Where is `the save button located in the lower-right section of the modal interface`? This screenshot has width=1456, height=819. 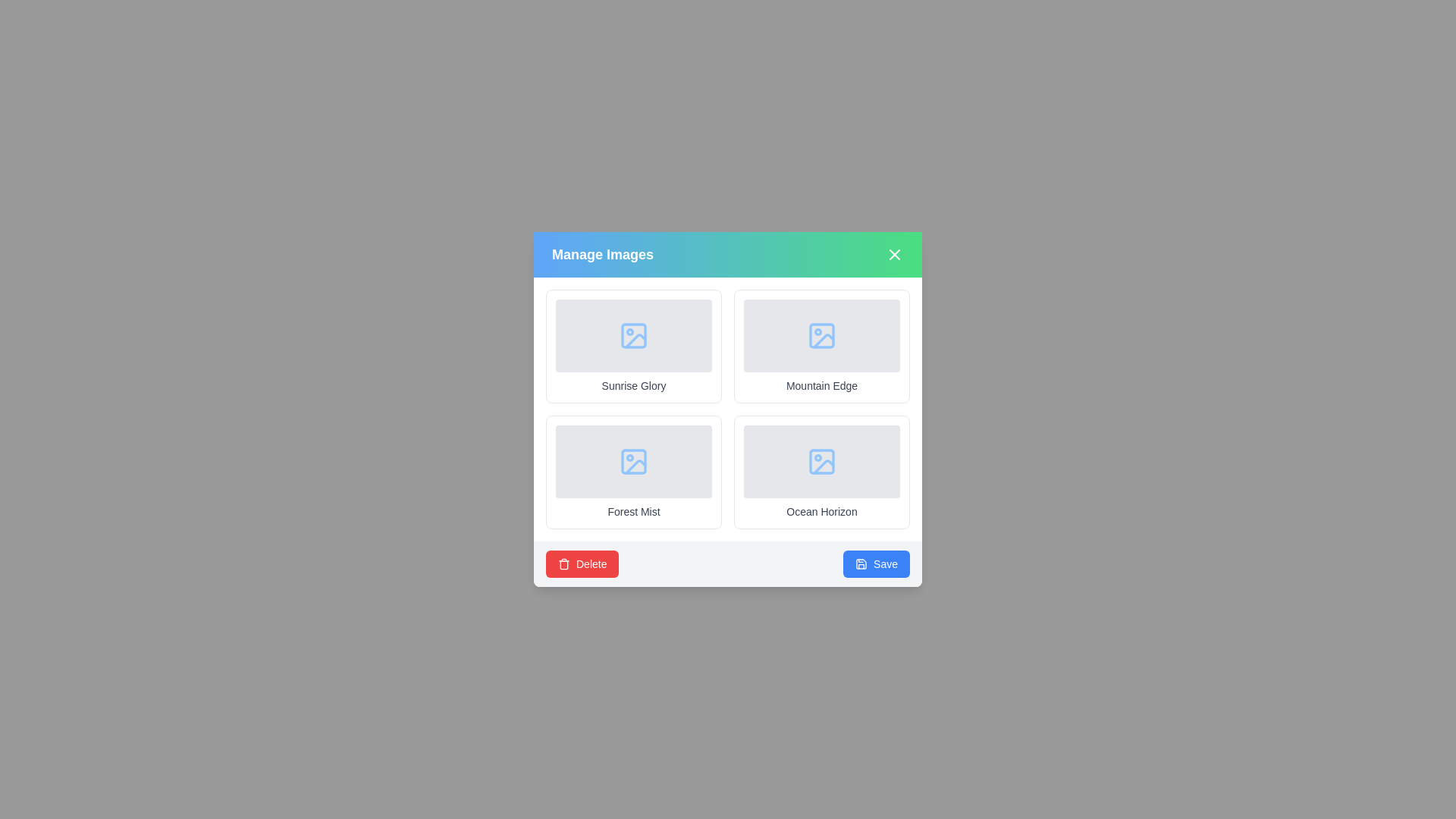
the save button located in the lower-right section of the modal interface is located at coordinates (877, 564).